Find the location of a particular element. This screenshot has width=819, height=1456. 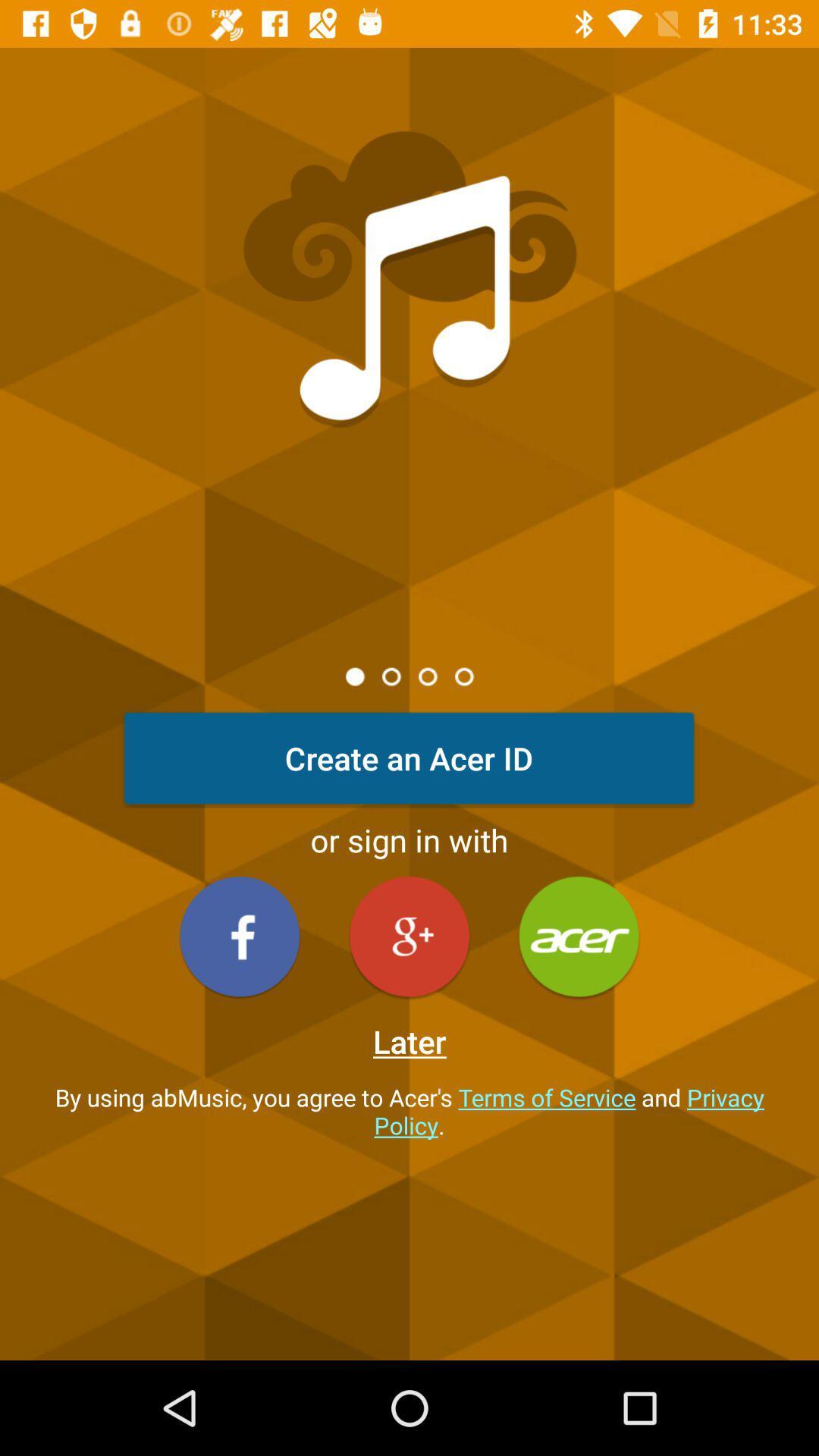

google button is located at coordinates (409, 936).